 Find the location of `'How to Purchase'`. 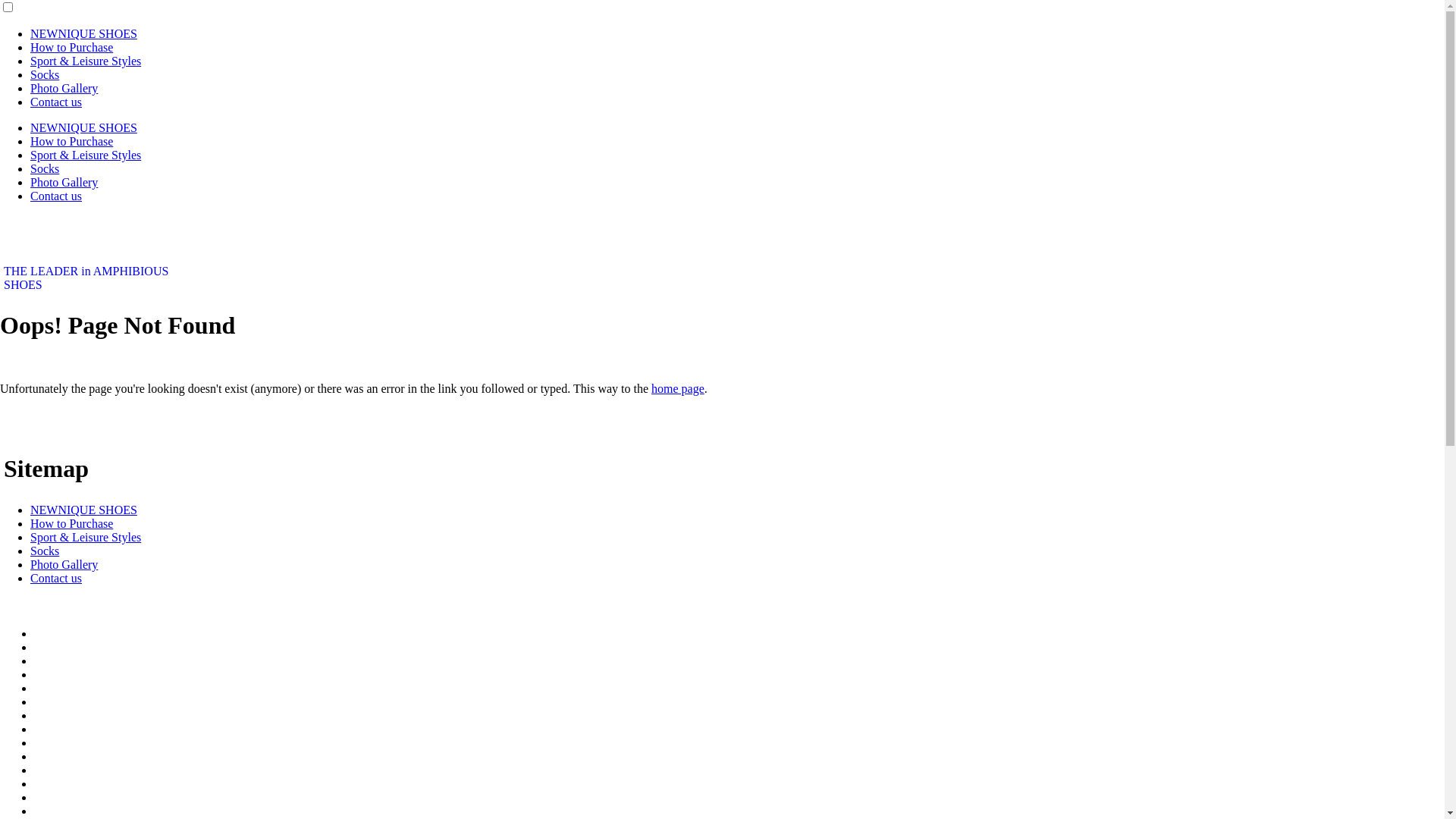

'How to Purchase' is located at coordinates (71, 46).